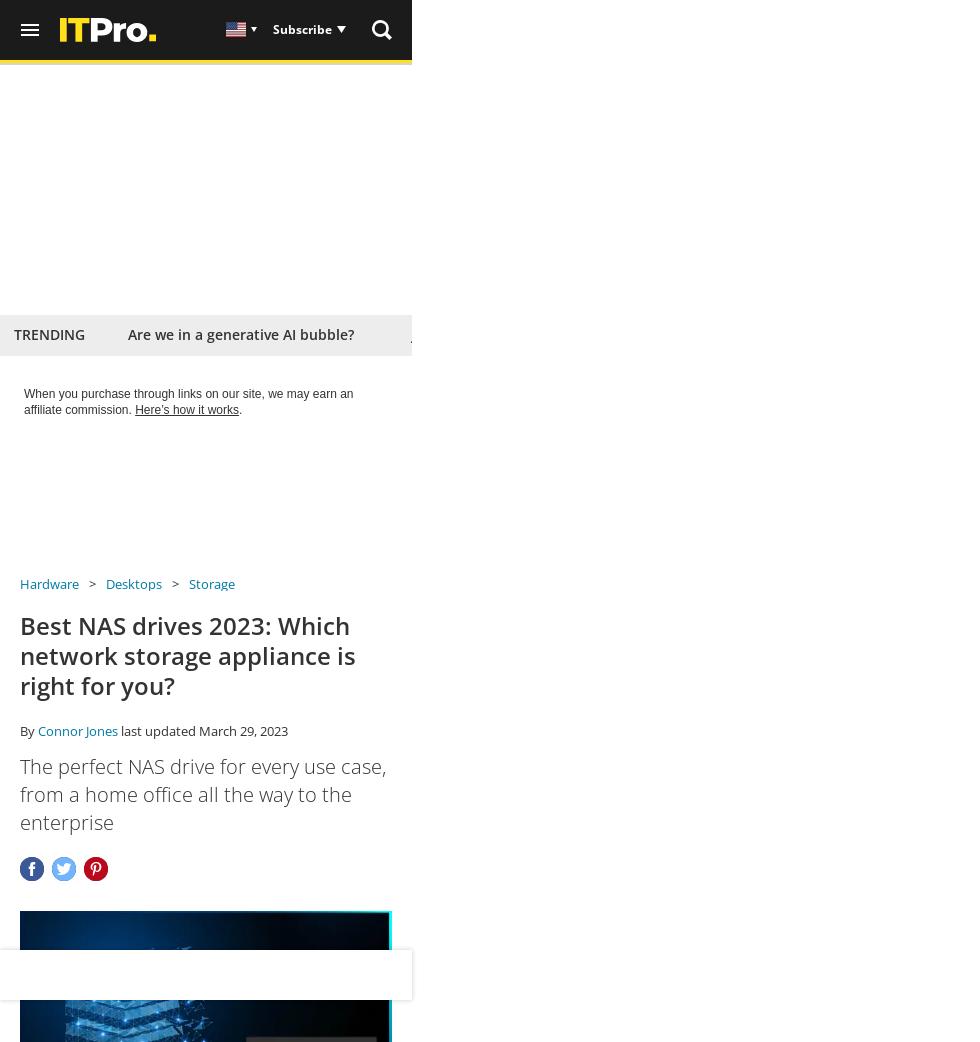 This screenshot has height=1042, width=980. What do you see at coordinates (243, 729) in the screenshot?
I see `'March 29, 2023'` at bounding box center [243, 729].